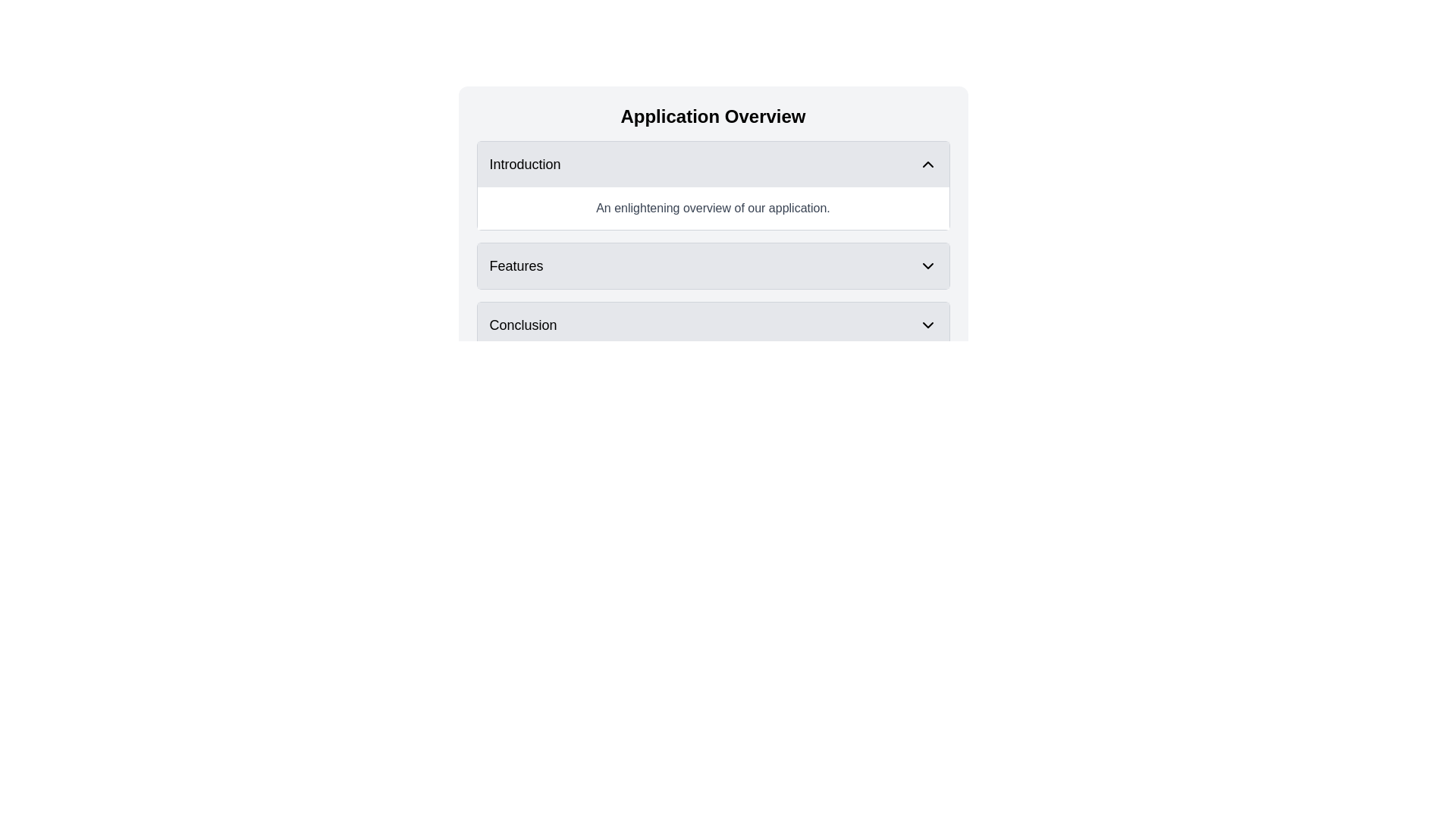 Image resolution: width=1456 pixels, height=819 pixels. I want to click on the Accordion Header labeled 'Conclusion' for keyboard interaction, so click(712, 324).